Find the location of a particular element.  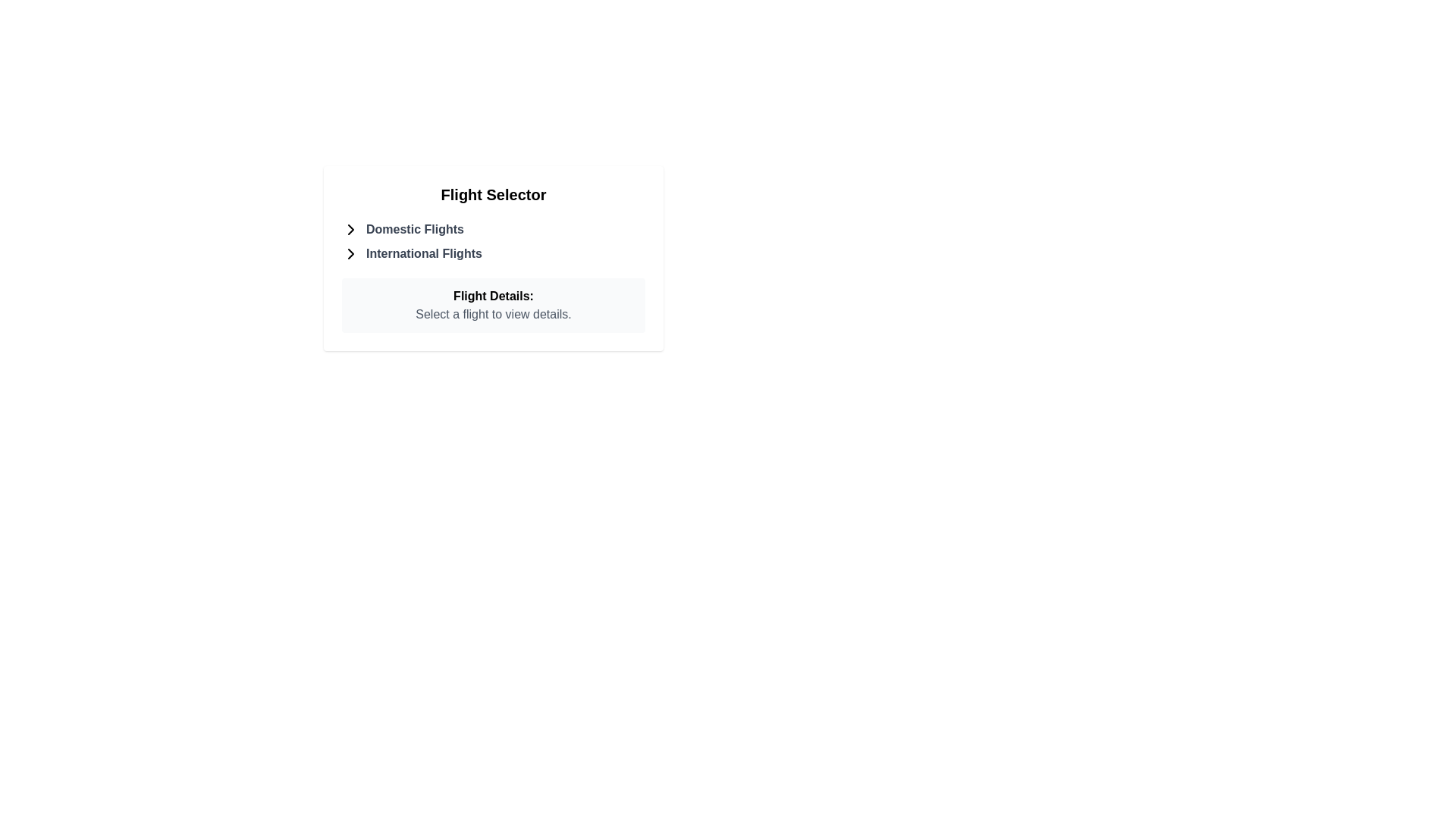

bold text label displaying 'Domestic Flights' which is prominently styled in dark gray on a white background, located below the header 'Flight Selector' is located at coordinates (415, 230).